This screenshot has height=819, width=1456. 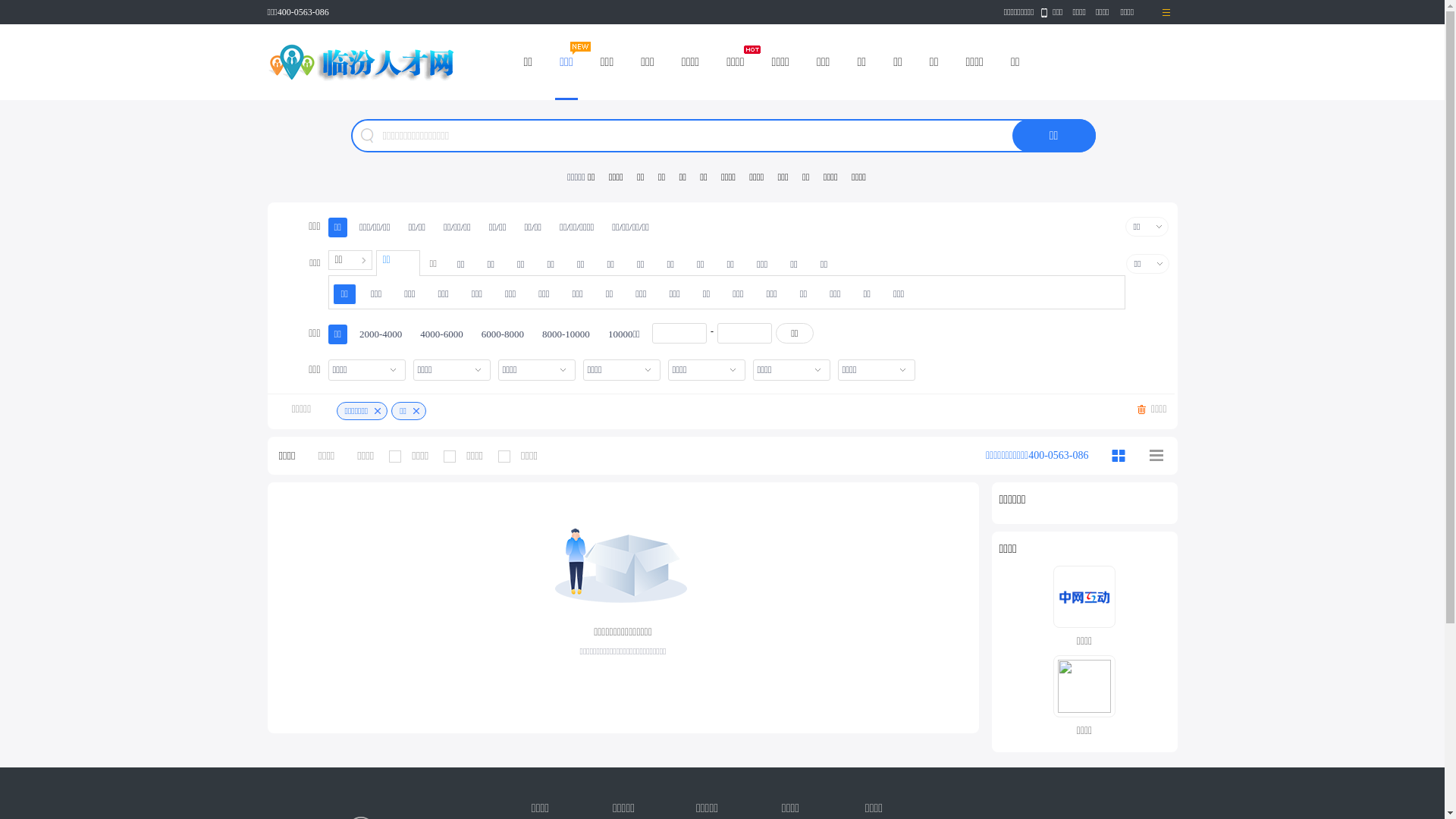 What do you see at coordinates (565, 333) in the screenshot?
I see `'8000-10000'` at bounding box center [565, 333].